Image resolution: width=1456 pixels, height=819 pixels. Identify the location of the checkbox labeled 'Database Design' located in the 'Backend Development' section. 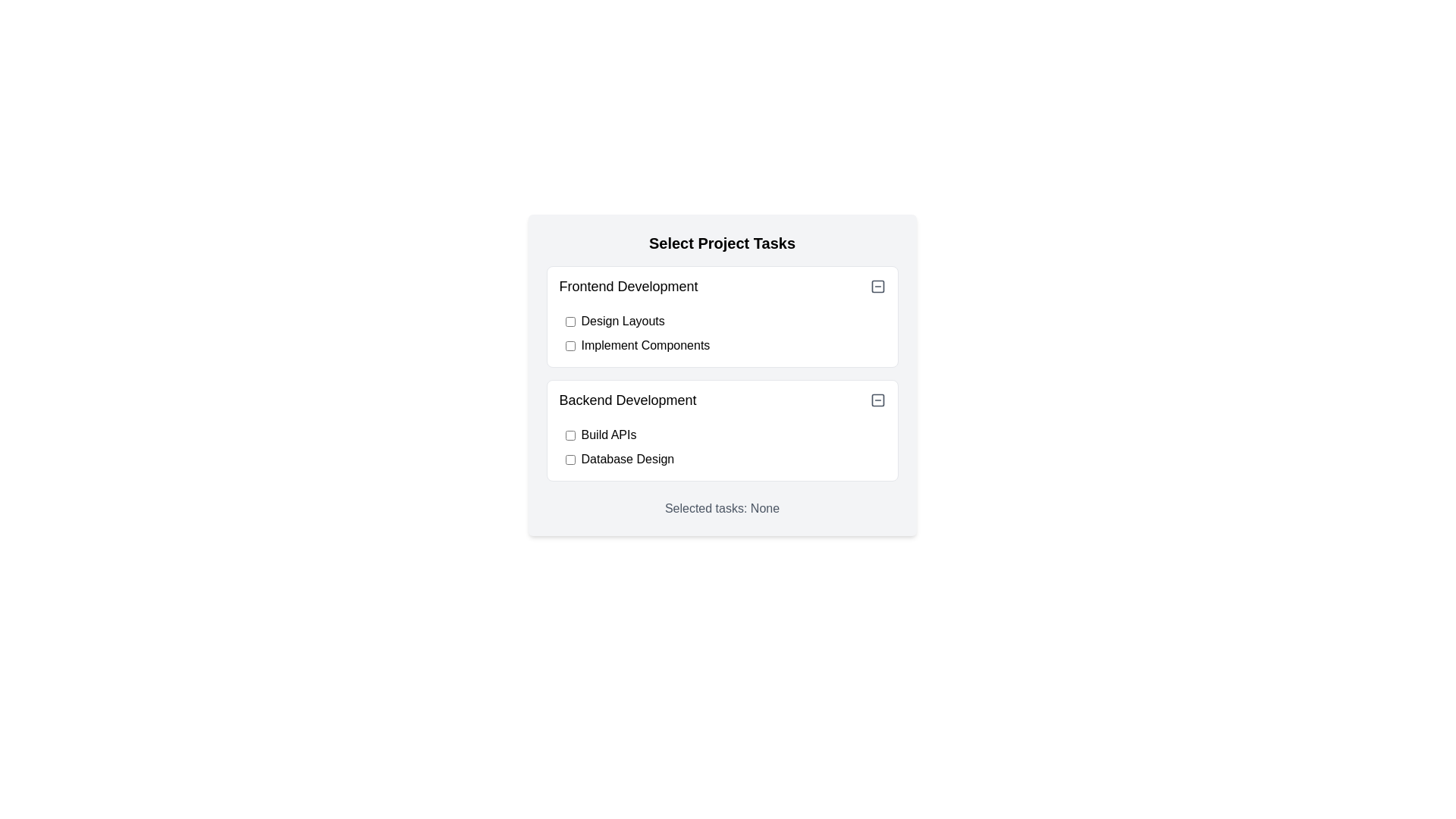
(731, 458).